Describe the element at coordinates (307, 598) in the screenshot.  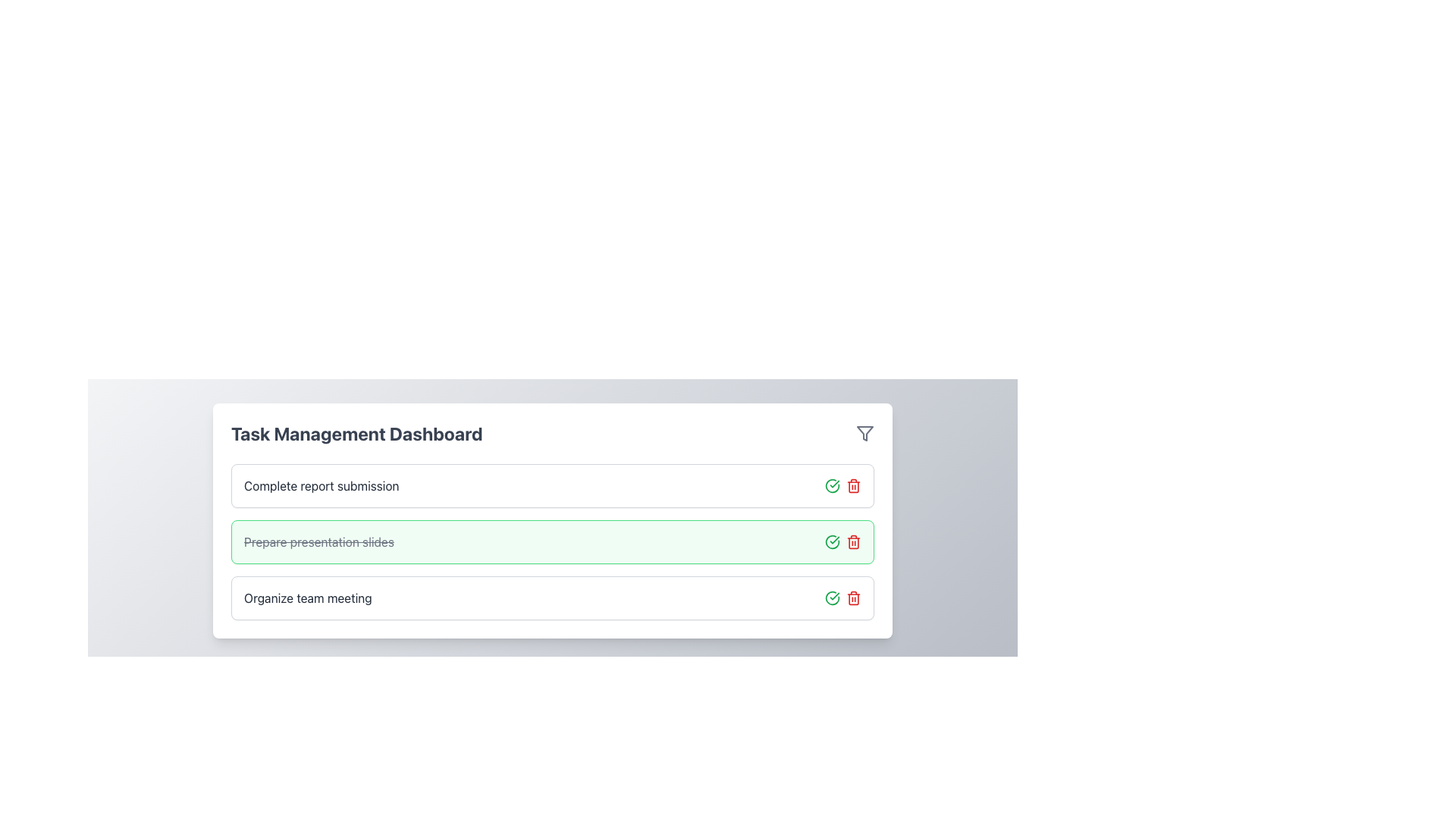
I see `the text label 'Organize team meeting' displayed in dark gray font within the bottom task box of the 'Task Management Dashboard'` at that location.